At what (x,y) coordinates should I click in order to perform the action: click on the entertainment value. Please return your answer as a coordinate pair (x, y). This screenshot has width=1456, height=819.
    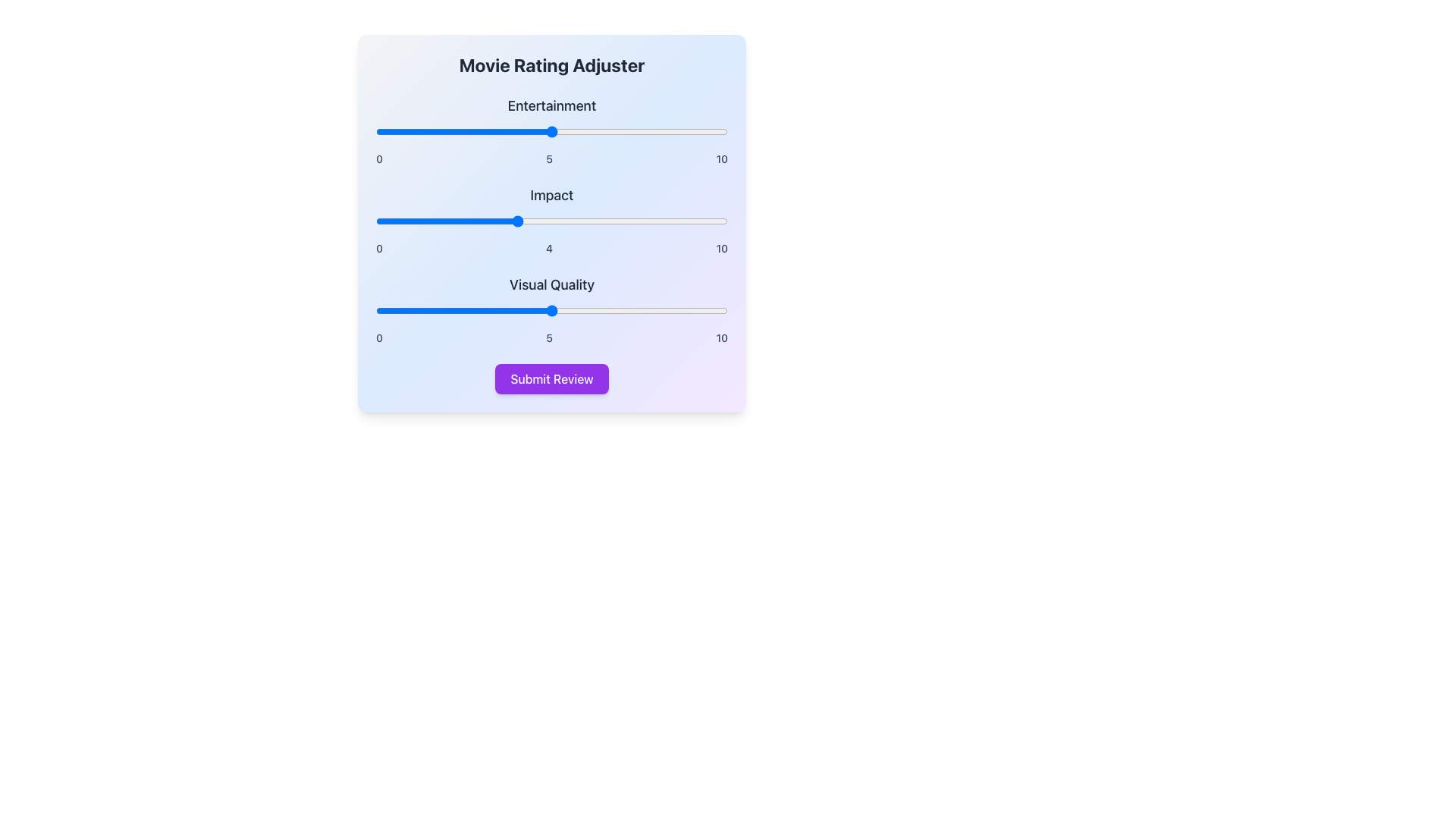
    Looking at the image, I should click on (411, 130).